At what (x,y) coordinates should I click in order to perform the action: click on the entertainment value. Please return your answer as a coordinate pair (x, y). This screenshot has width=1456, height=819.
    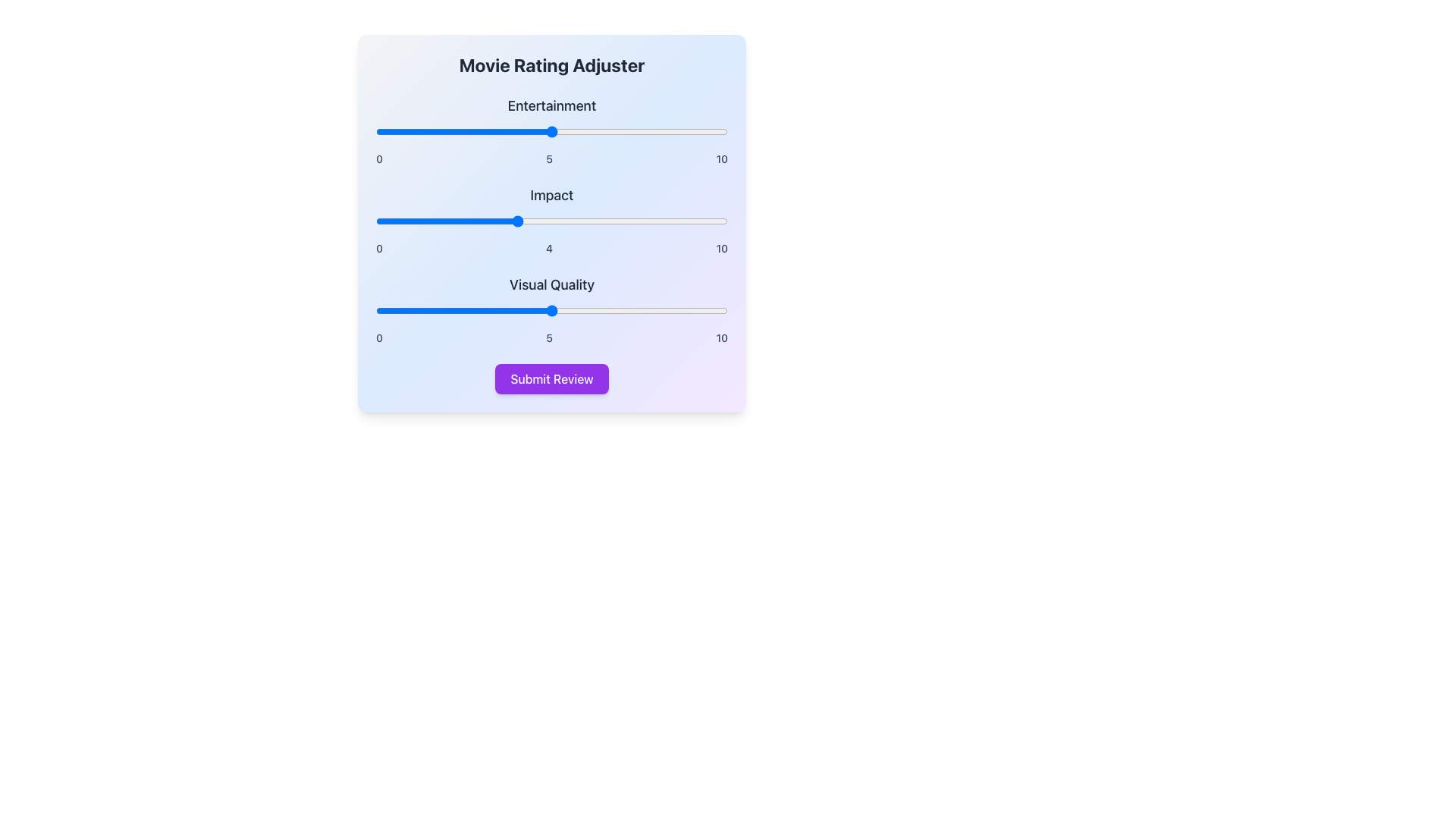
    Looking at the image, I should click on (411, 130).